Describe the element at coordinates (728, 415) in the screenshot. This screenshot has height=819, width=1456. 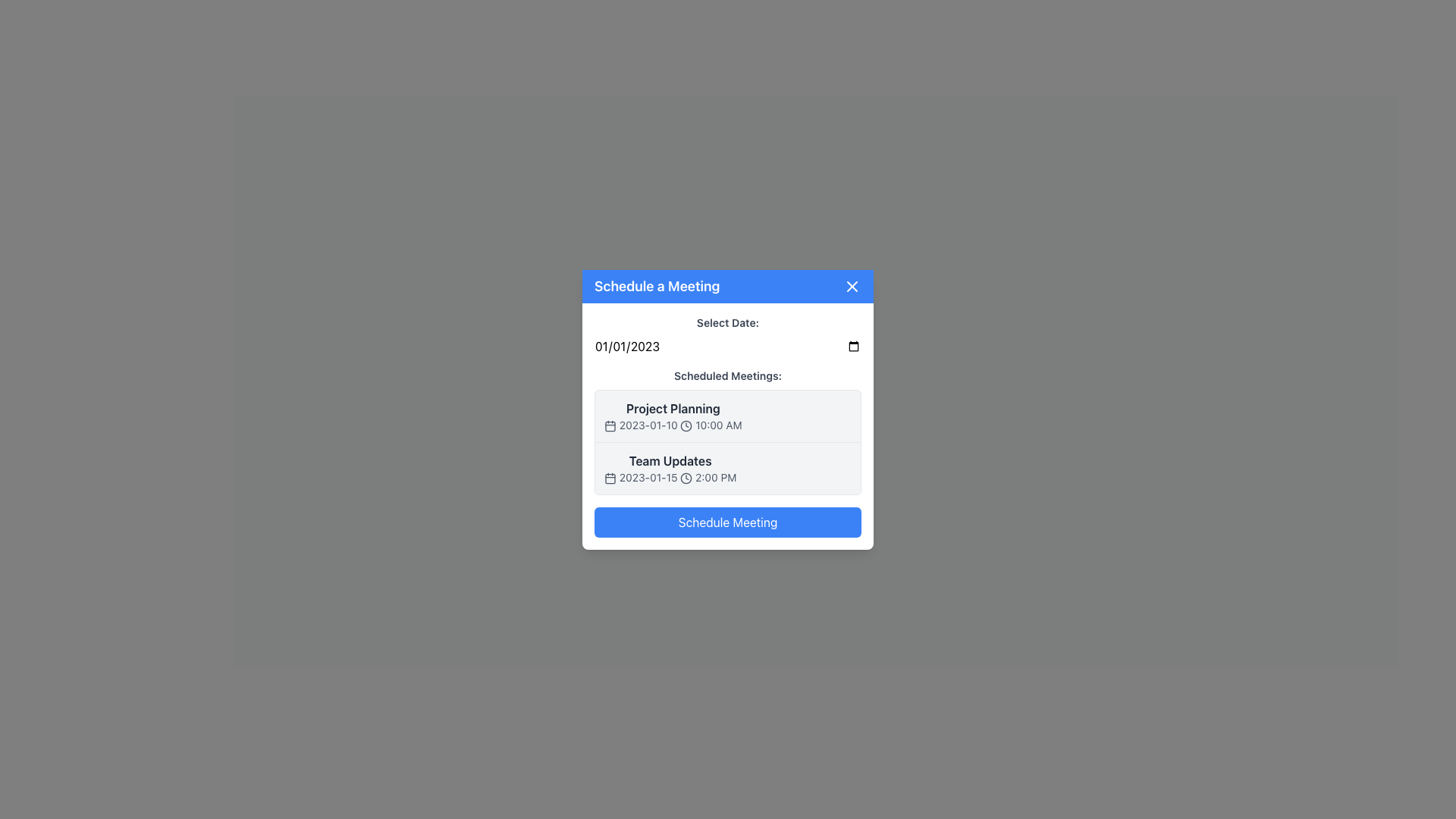
I see `the meeting entry titled 'Project Planning' scheduled for '2023-01-10 10:00 AM' in the 'Schedule a Meeting' modal` at that location.